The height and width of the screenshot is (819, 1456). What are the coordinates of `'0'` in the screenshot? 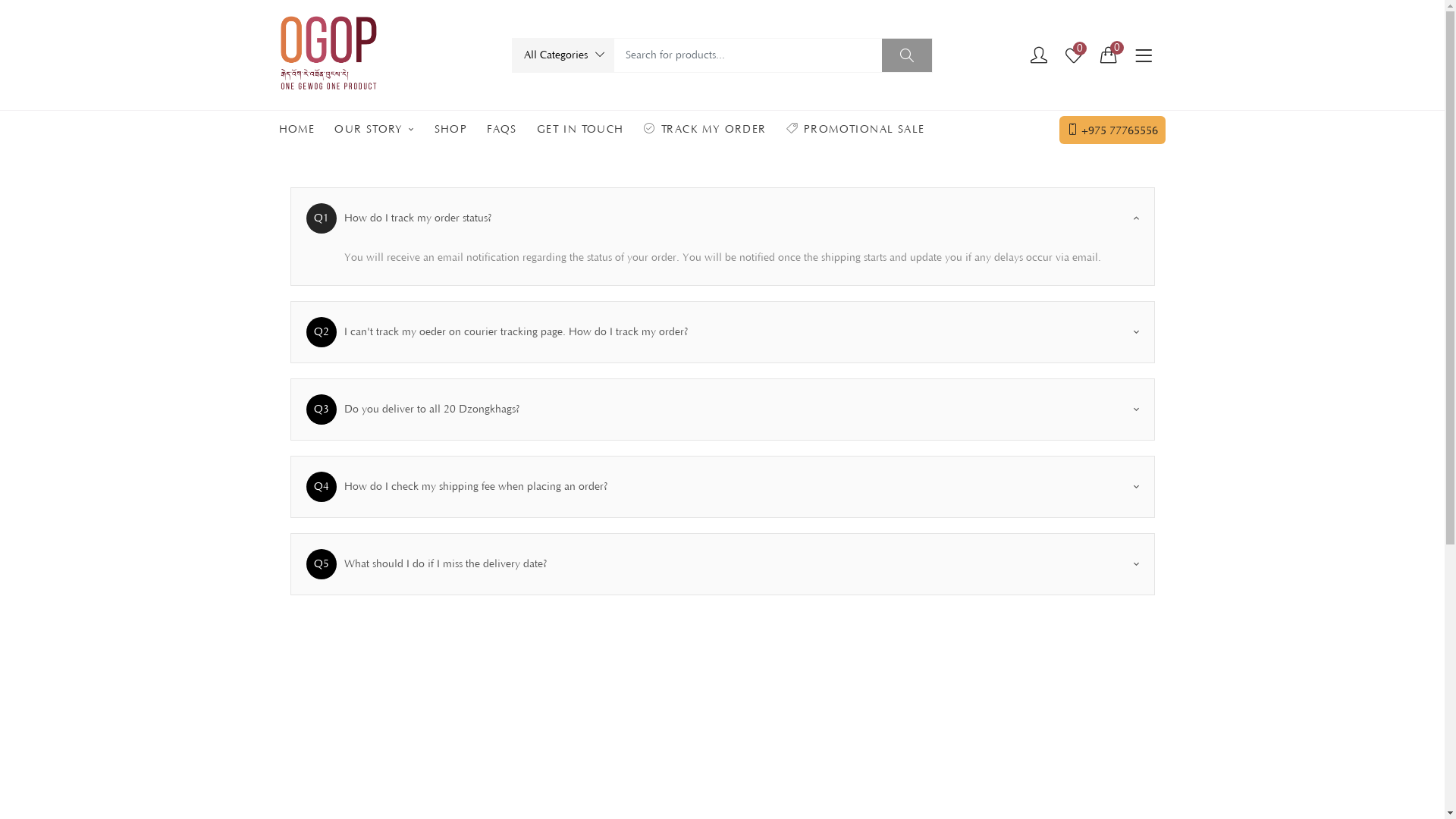 It's located at (1109, 54).